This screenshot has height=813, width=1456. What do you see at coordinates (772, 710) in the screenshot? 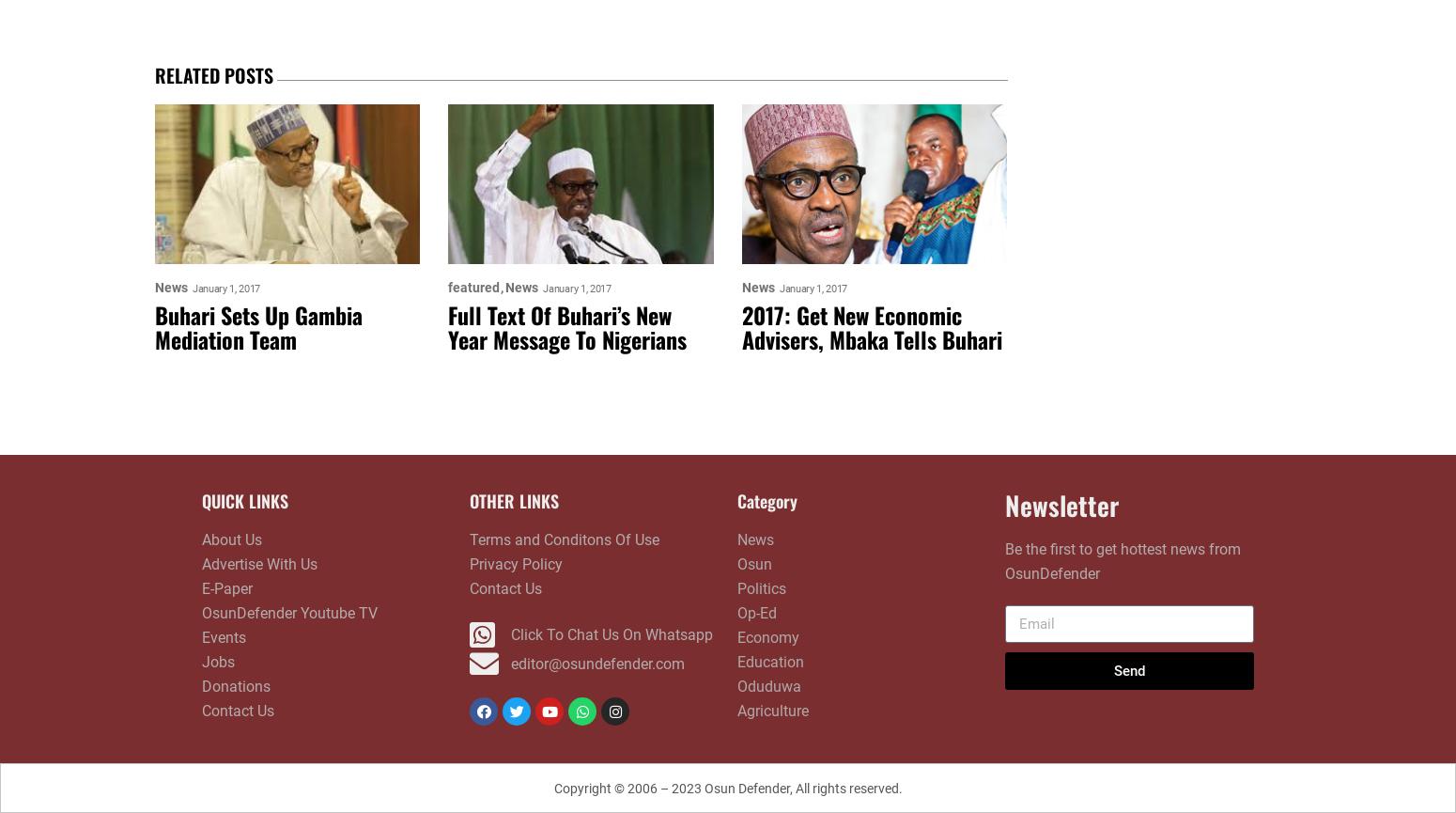
I see `'Agriculture'` at bounding box center [772, 710].